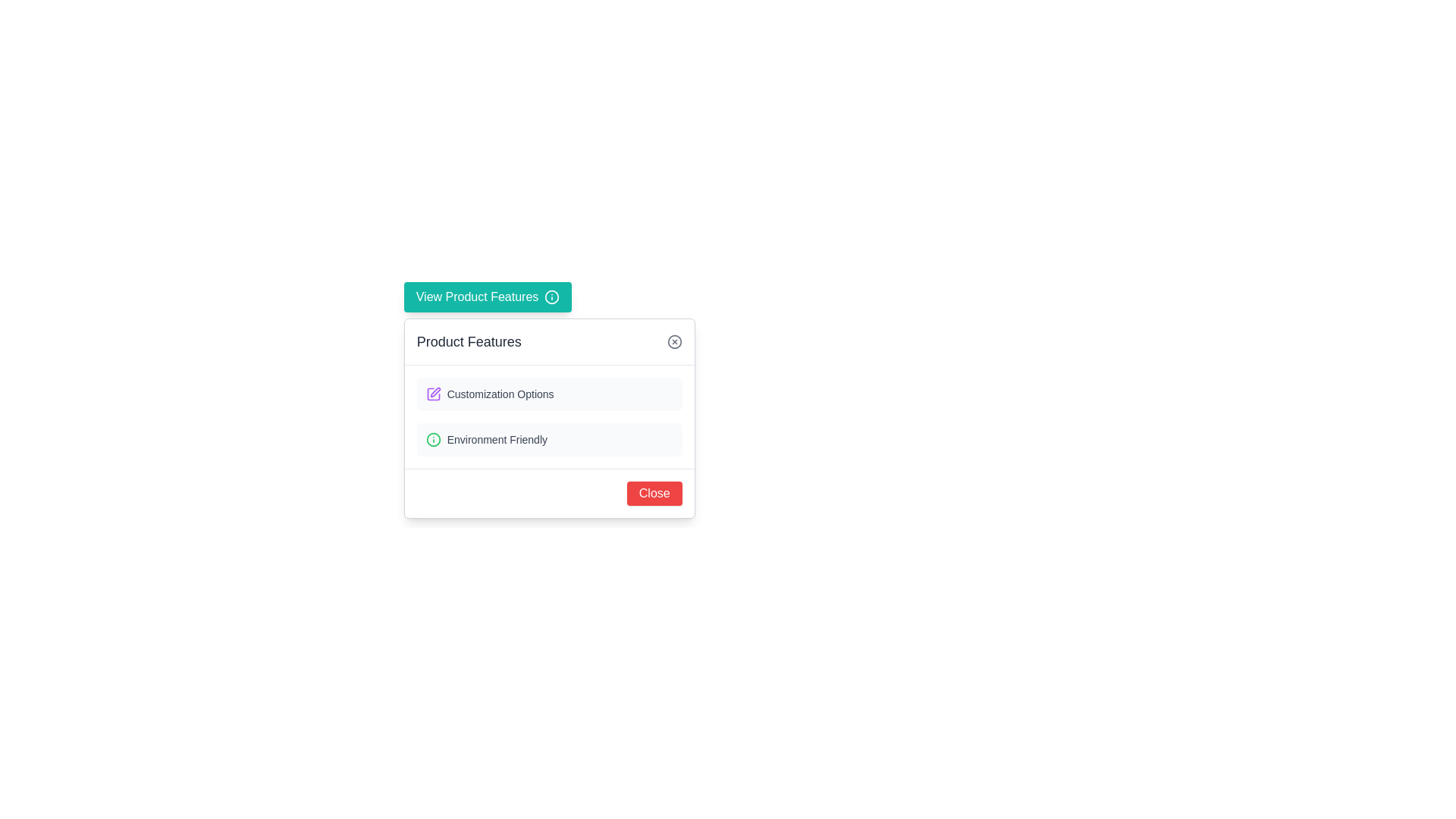 Image resolution: width=1456 pixels, height=819 pixels. Describe the element at coordinates (673, 342) in the screenshot. I see `decorative circular outline component located in the top-right corner of the 'Product Features' popup window` at that location.